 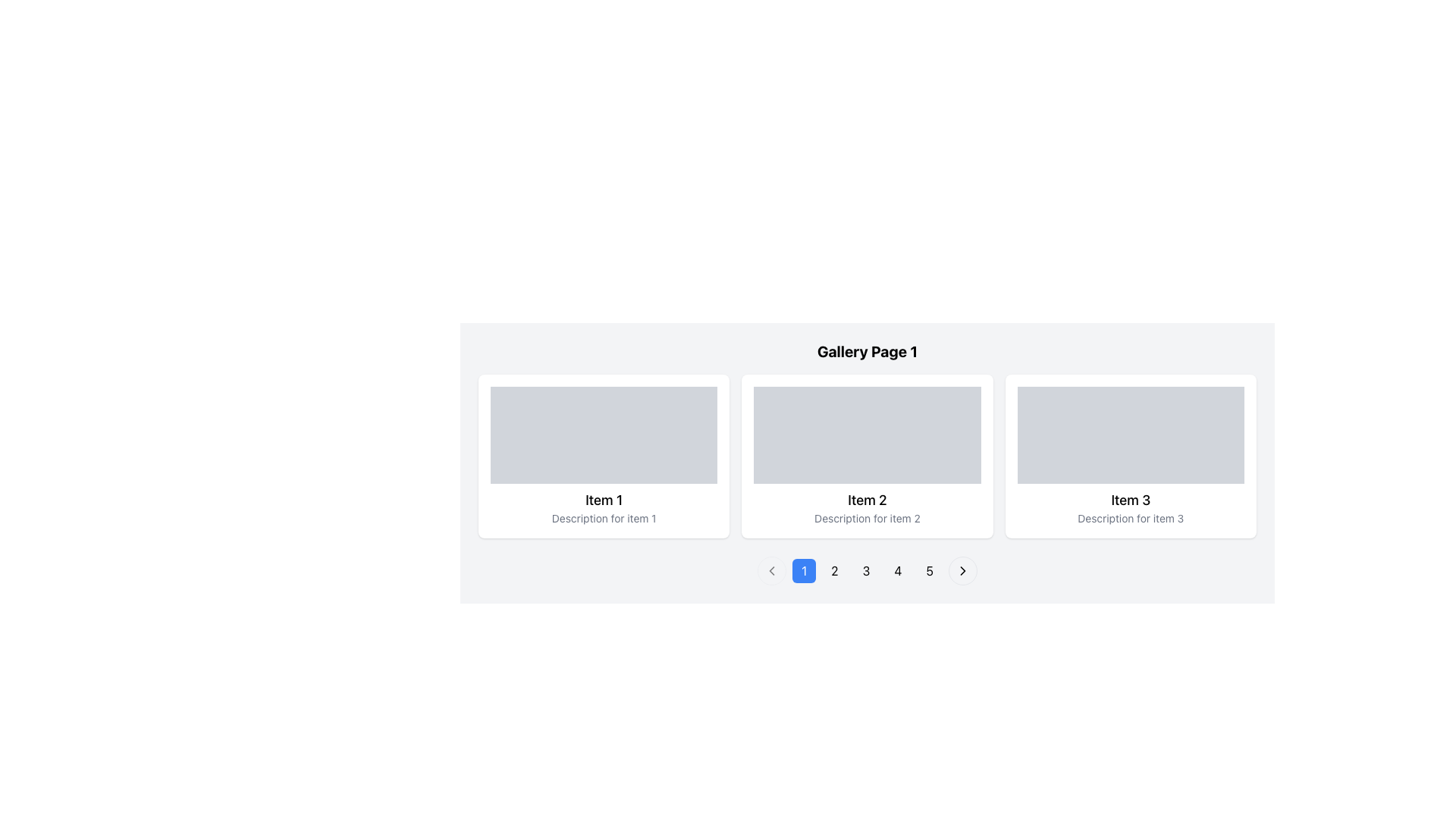 I want to click on the static text element that contains the text 'Item 2', which is styled in a medium-weight font and appears as the title for a card element, so click(x=867, y=500).